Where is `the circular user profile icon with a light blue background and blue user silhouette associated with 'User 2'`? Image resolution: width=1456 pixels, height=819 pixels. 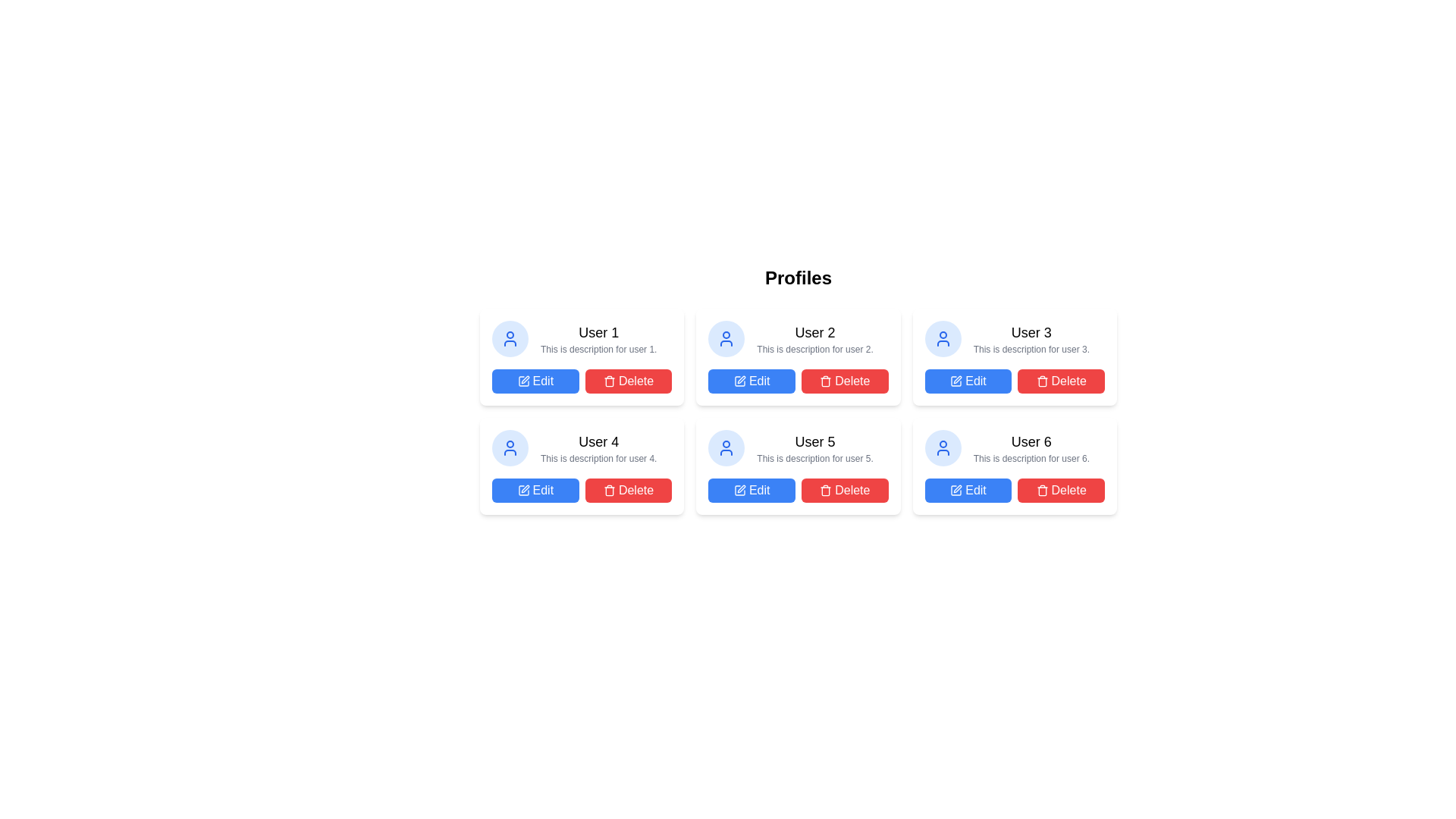 the circular user profile icon with a light blue background and blue user silhouette associated with 'User 2' is located at coordinates (726, 338).